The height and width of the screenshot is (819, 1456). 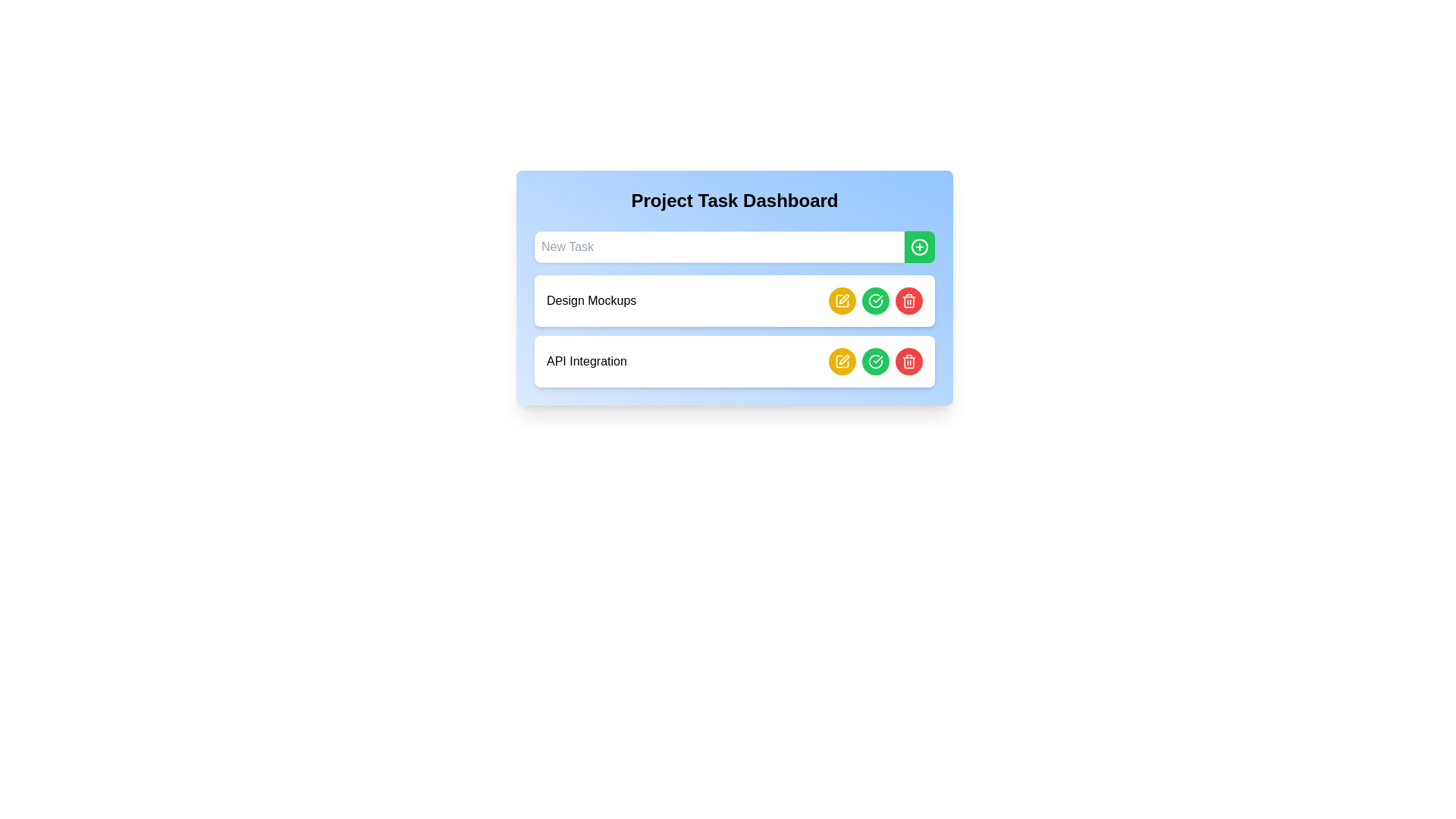 I want to click on the edit button located in the right section of the 'API Integration' row to initiate editing of the corresponding task, so click(x=841, y=301).